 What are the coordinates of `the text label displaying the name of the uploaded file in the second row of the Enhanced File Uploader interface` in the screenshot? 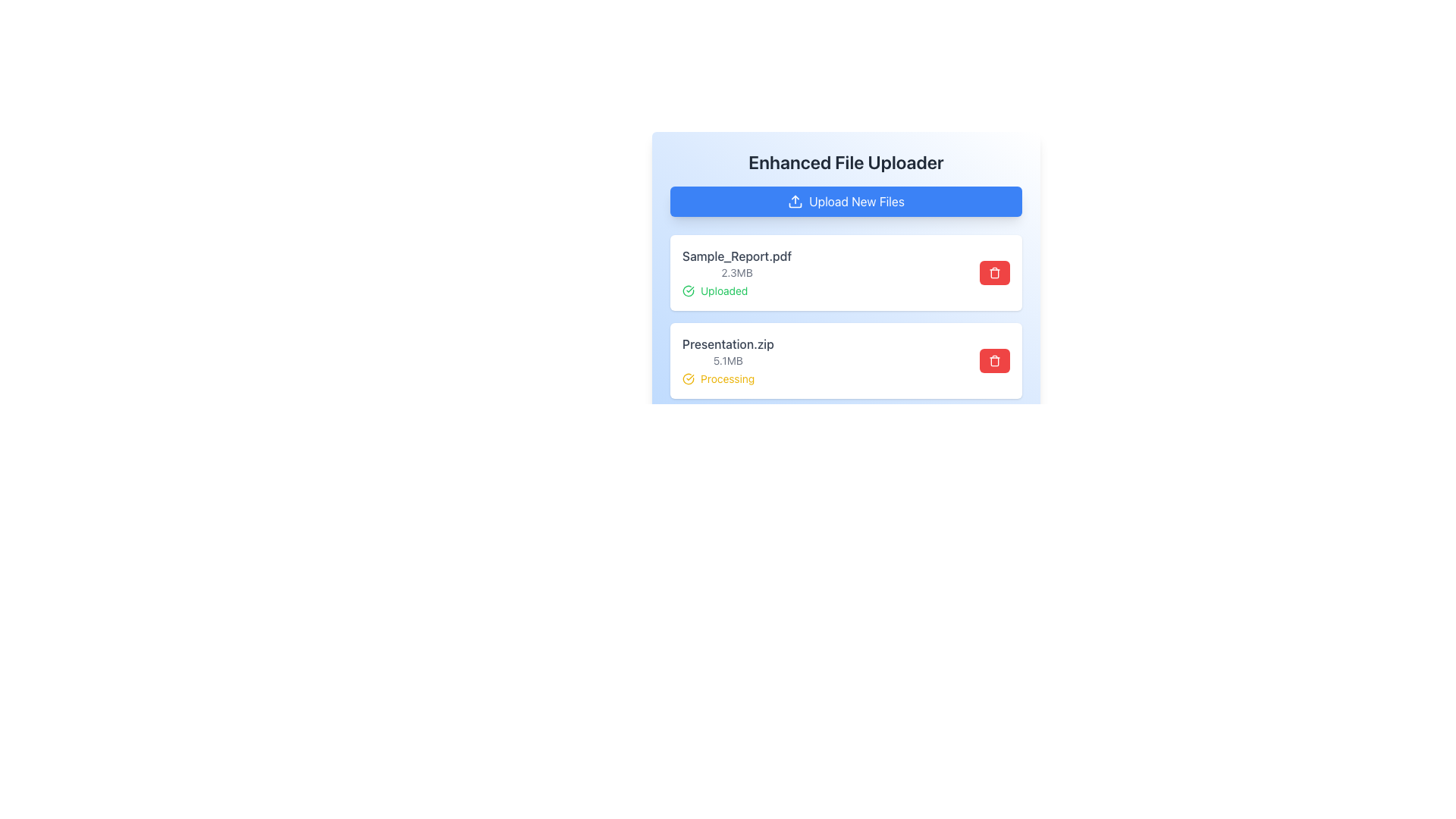 It's located at (728, 344).